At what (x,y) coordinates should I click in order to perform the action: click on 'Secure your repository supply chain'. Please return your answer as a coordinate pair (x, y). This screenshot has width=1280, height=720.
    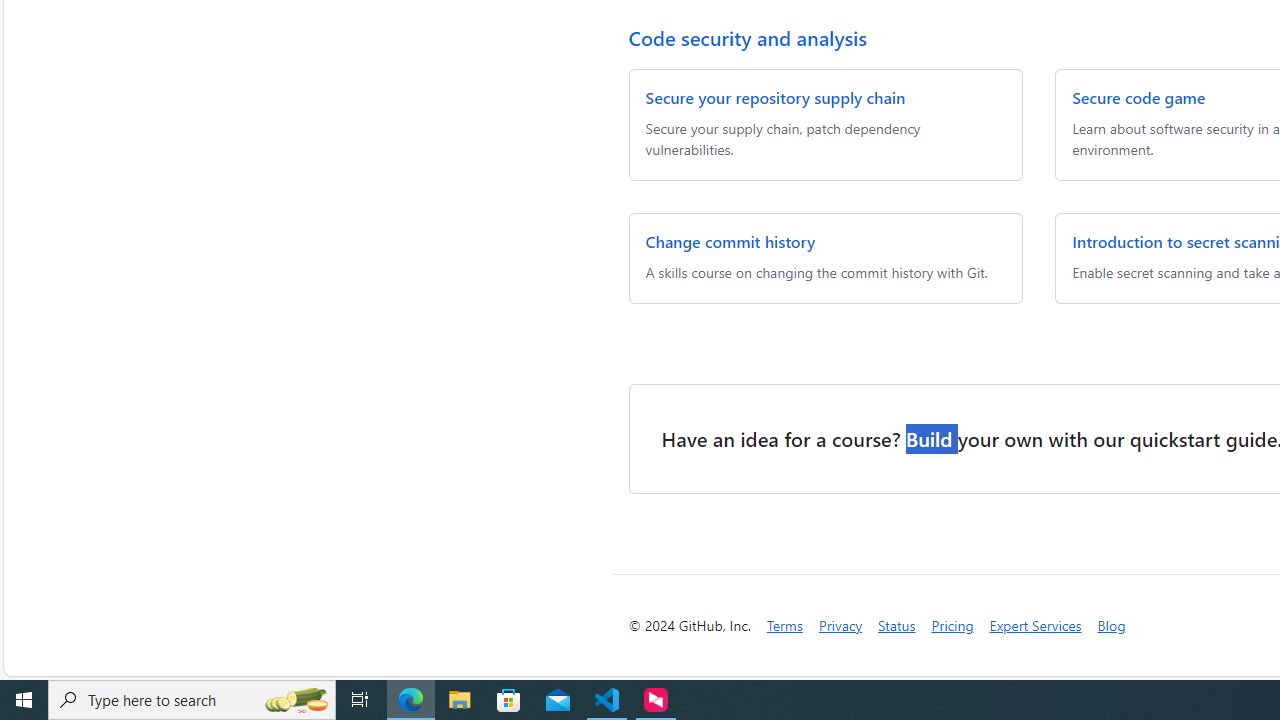
    Looking at the image, I should click on (774, 97).